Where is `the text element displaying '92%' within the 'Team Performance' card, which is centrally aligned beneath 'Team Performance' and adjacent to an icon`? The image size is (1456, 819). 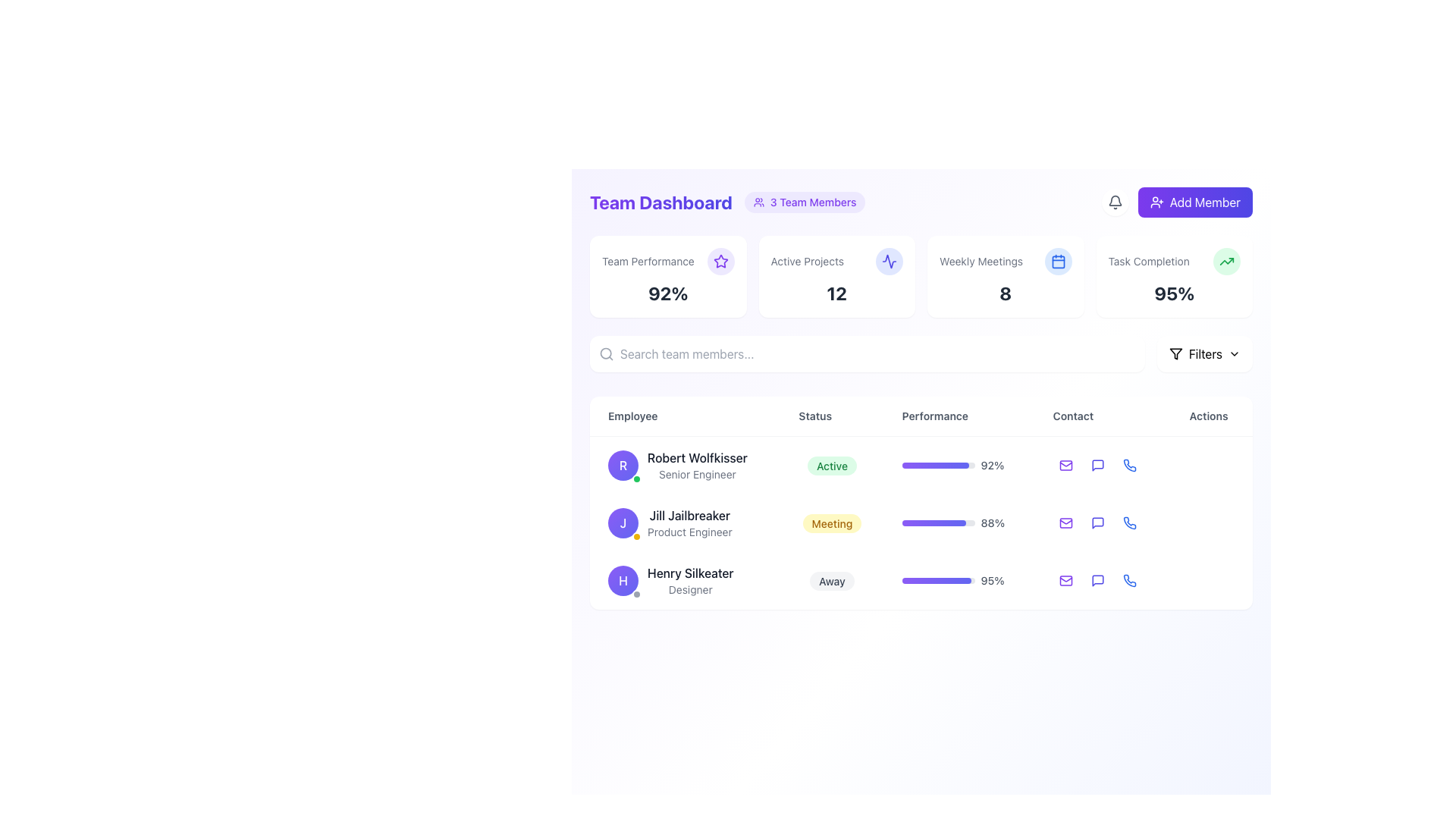 the text element displaying '92%' within the 'Team Performance' card, which is centrally aligned beneath 'Team Performance' and adjacent to an icon is located at coordinates (667, 293).